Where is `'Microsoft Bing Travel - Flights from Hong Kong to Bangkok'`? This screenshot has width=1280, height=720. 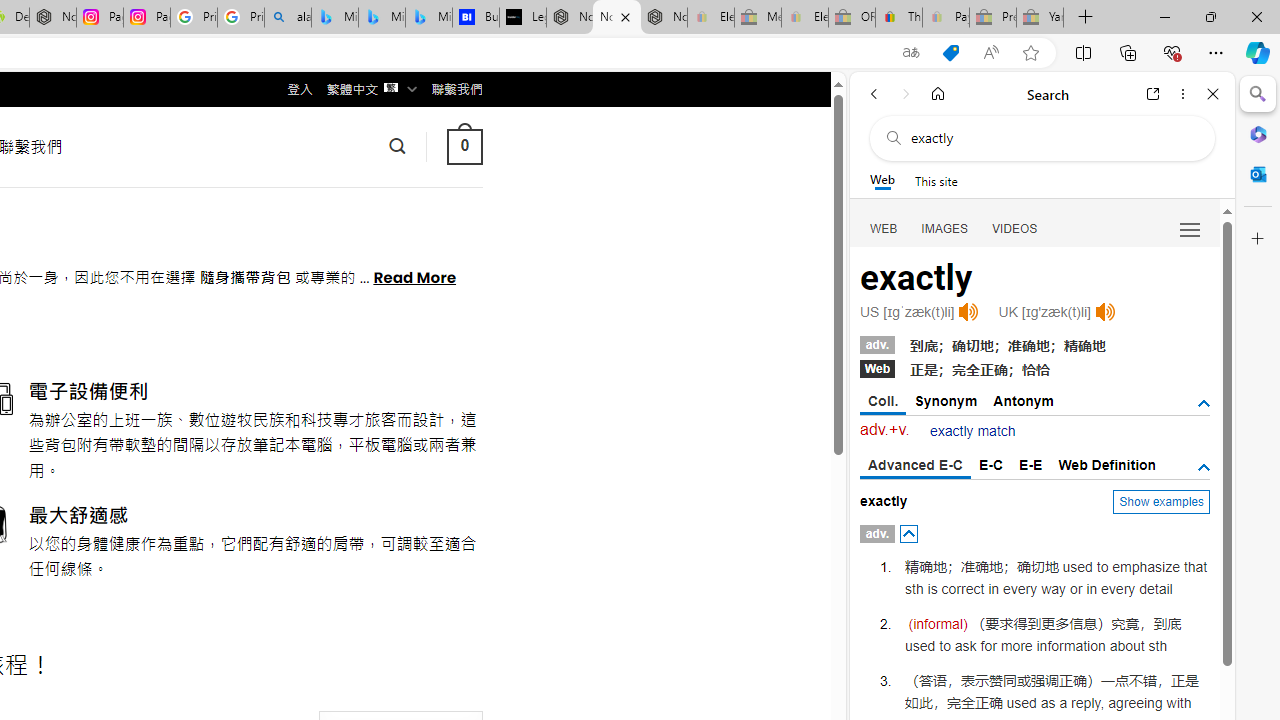
'Microsoft Bing Travel - Flights from Hong Kong to Bangkok' is located at coordinates (335, 17).